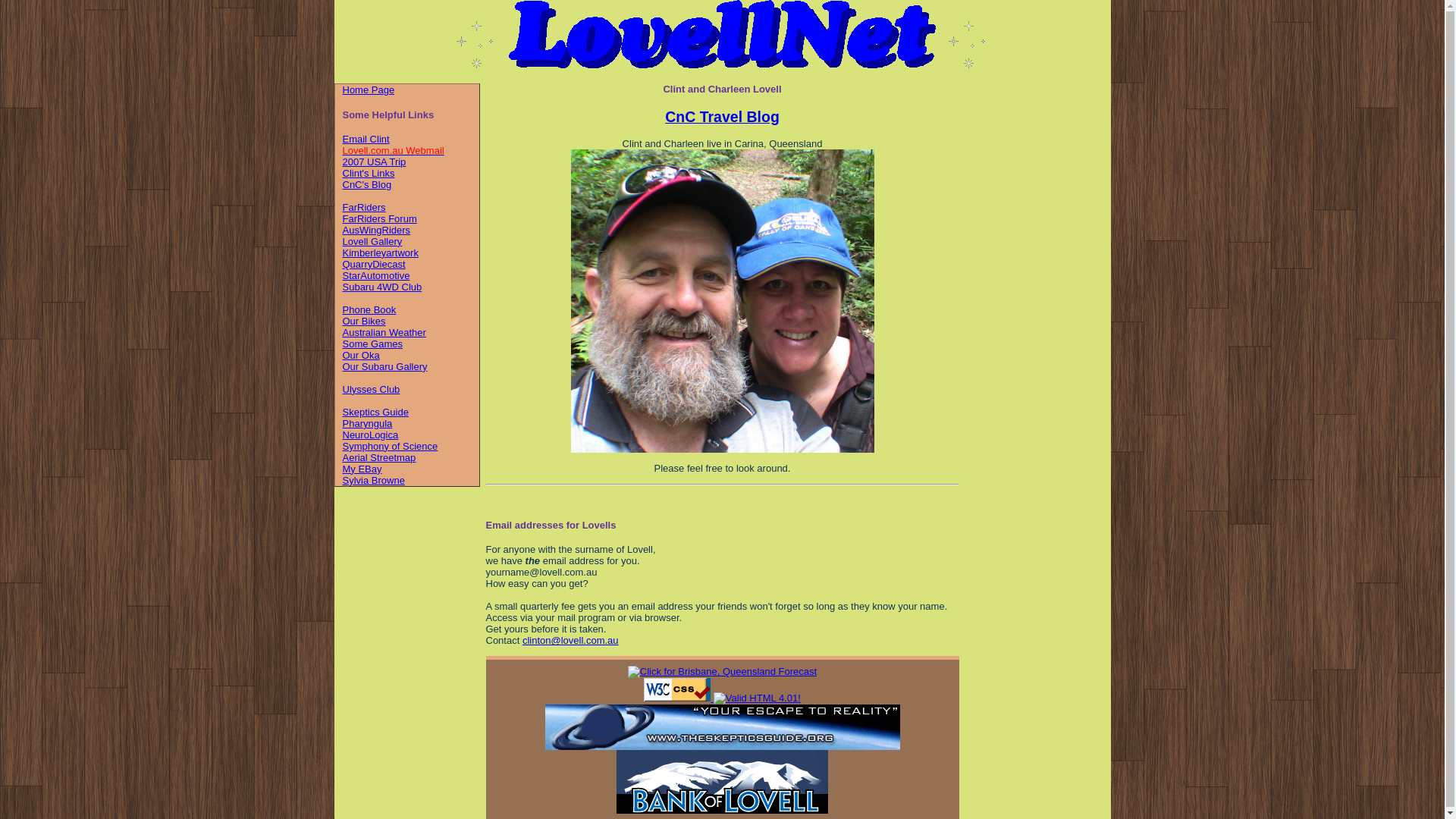 The image size is (1456, 819). What do you see at coordinates (341, 275) in the screenshot?
I see `'StarAutomotive'` at bounding box center [341, 275].